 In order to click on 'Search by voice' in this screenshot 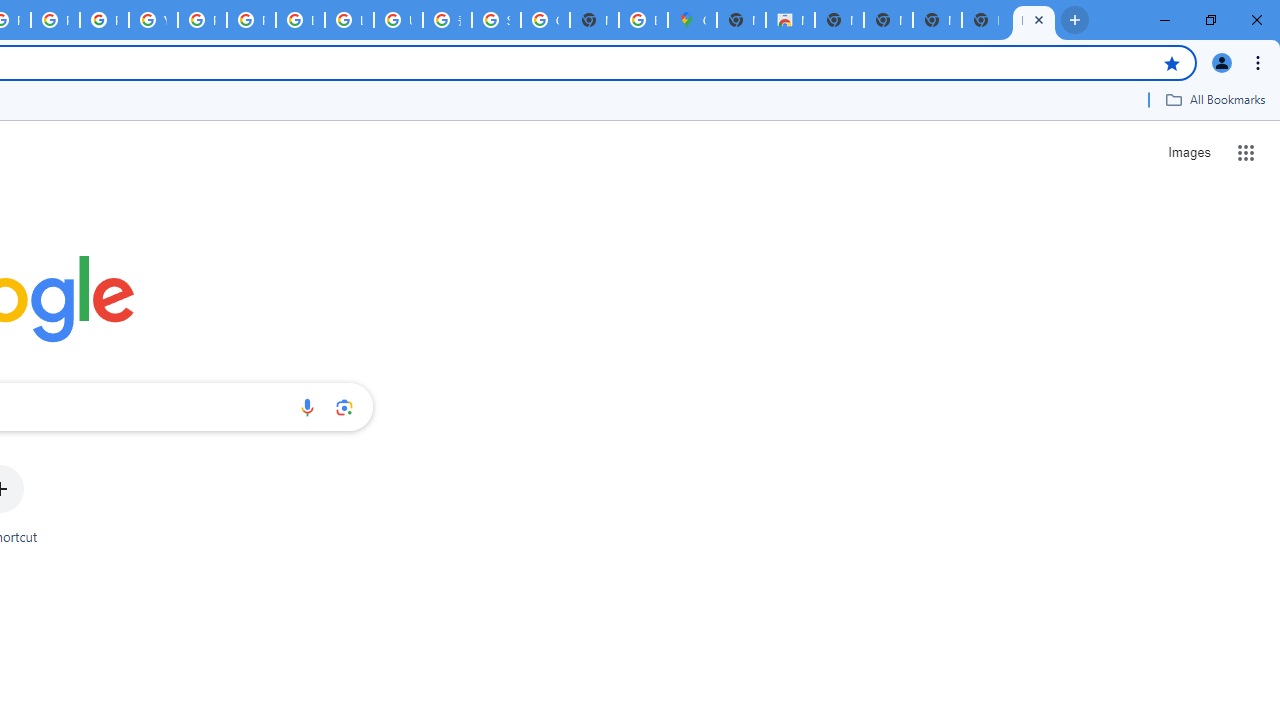, I will do `click(306, 406)`.